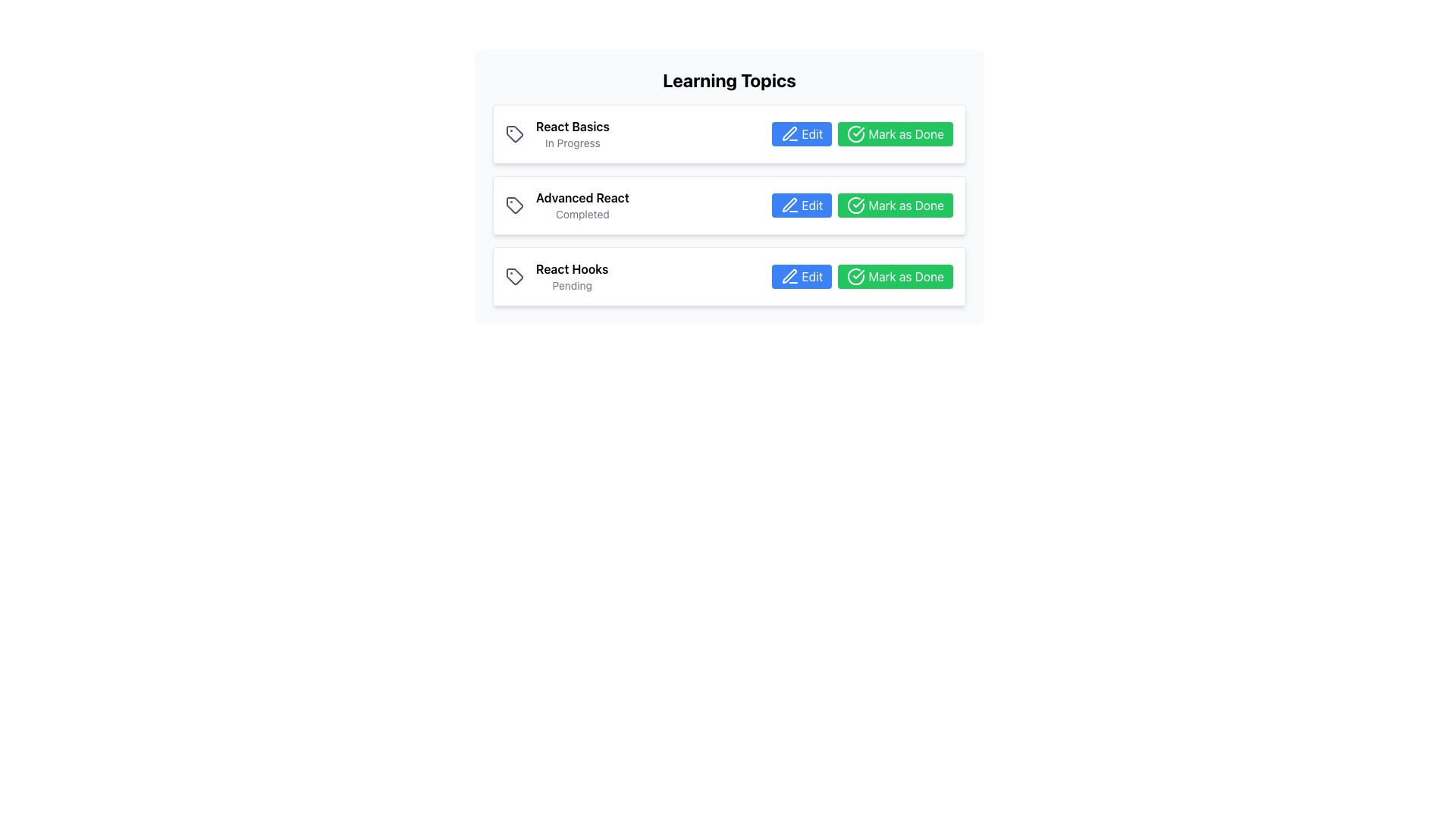 The image size is (1456, 819). I want to click on the static text label that identifies the 'Advanced React' learning module, located in the middle row of the Learning Topics list, above the 'Completed' status text, so click(582, 197).